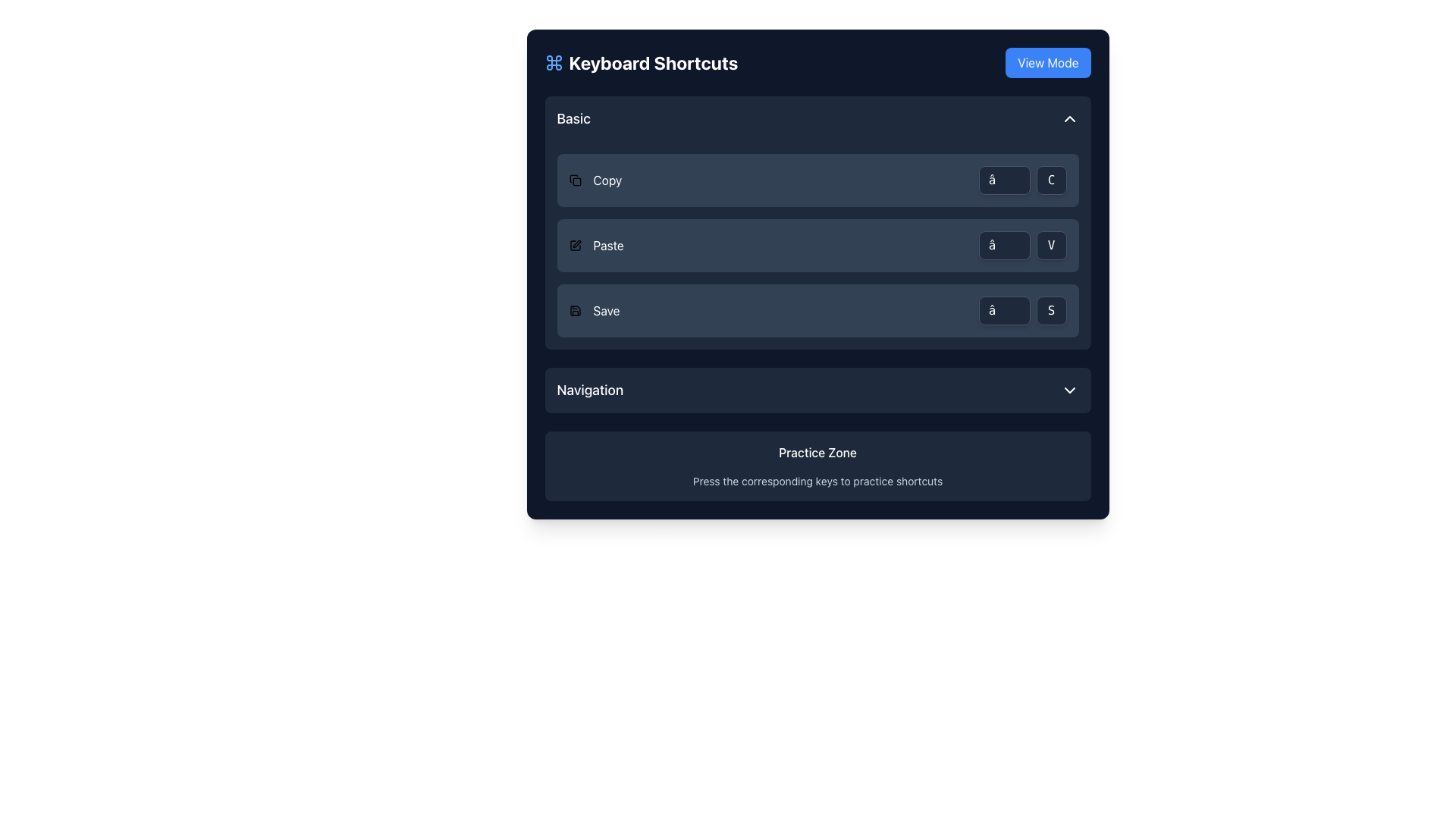 This screenshot has height=819, width=1456. What do you see at coordinates (1022, 245) in the screenshot?
I see `displayed keyboard shortcut for pasting, which consists of the symbols '⌘' and 'V' next to the word 'Paste' in the 'Basic' section` at bounding box center [1022, 245].